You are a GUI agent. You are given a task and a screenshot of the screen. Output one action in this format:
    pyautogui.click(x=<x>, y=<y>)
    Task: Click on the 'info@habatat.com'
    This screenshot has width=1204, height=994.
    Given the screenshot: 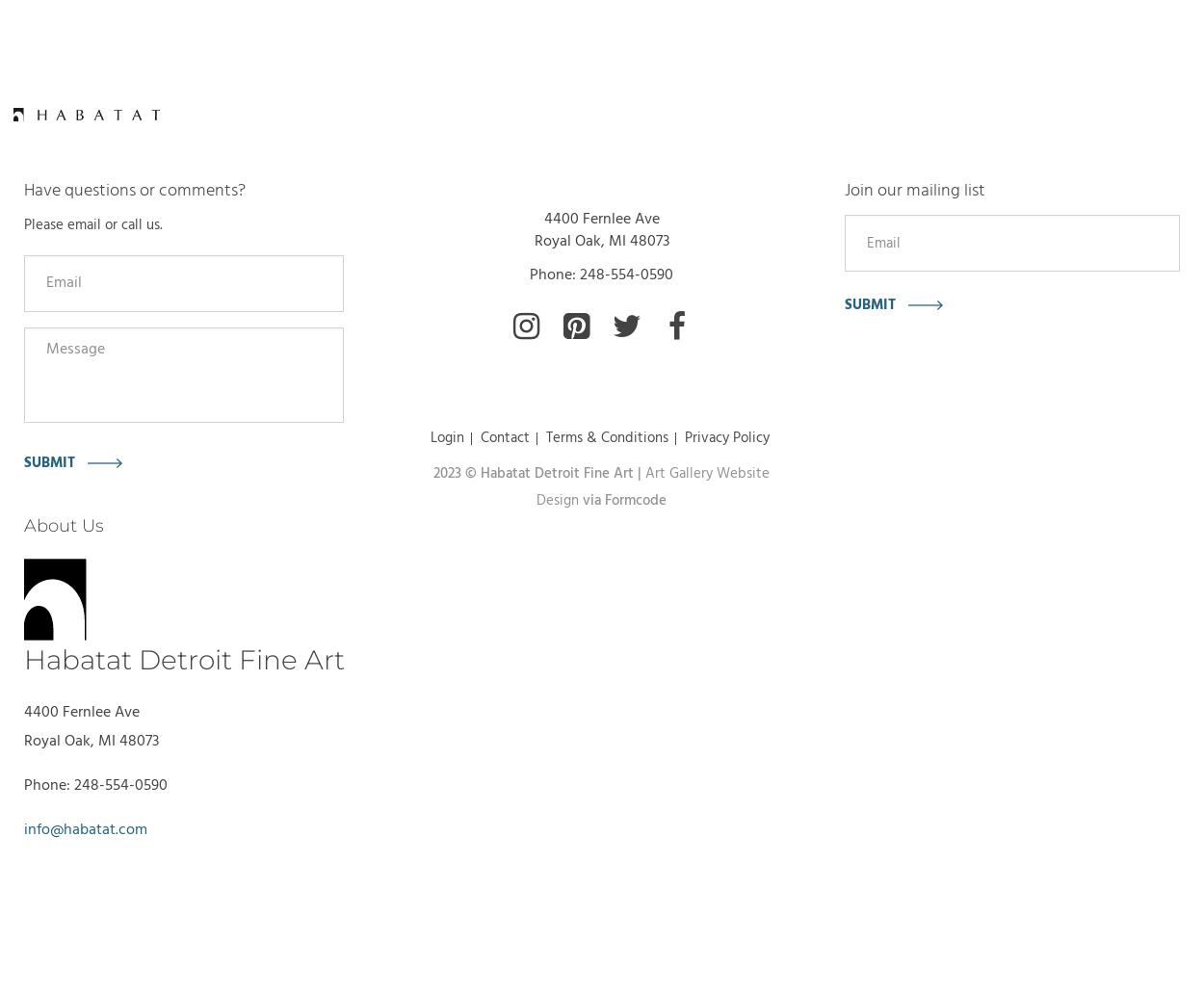 What is the action you would take?
    pyautogui.click(x=85, y=830)
    